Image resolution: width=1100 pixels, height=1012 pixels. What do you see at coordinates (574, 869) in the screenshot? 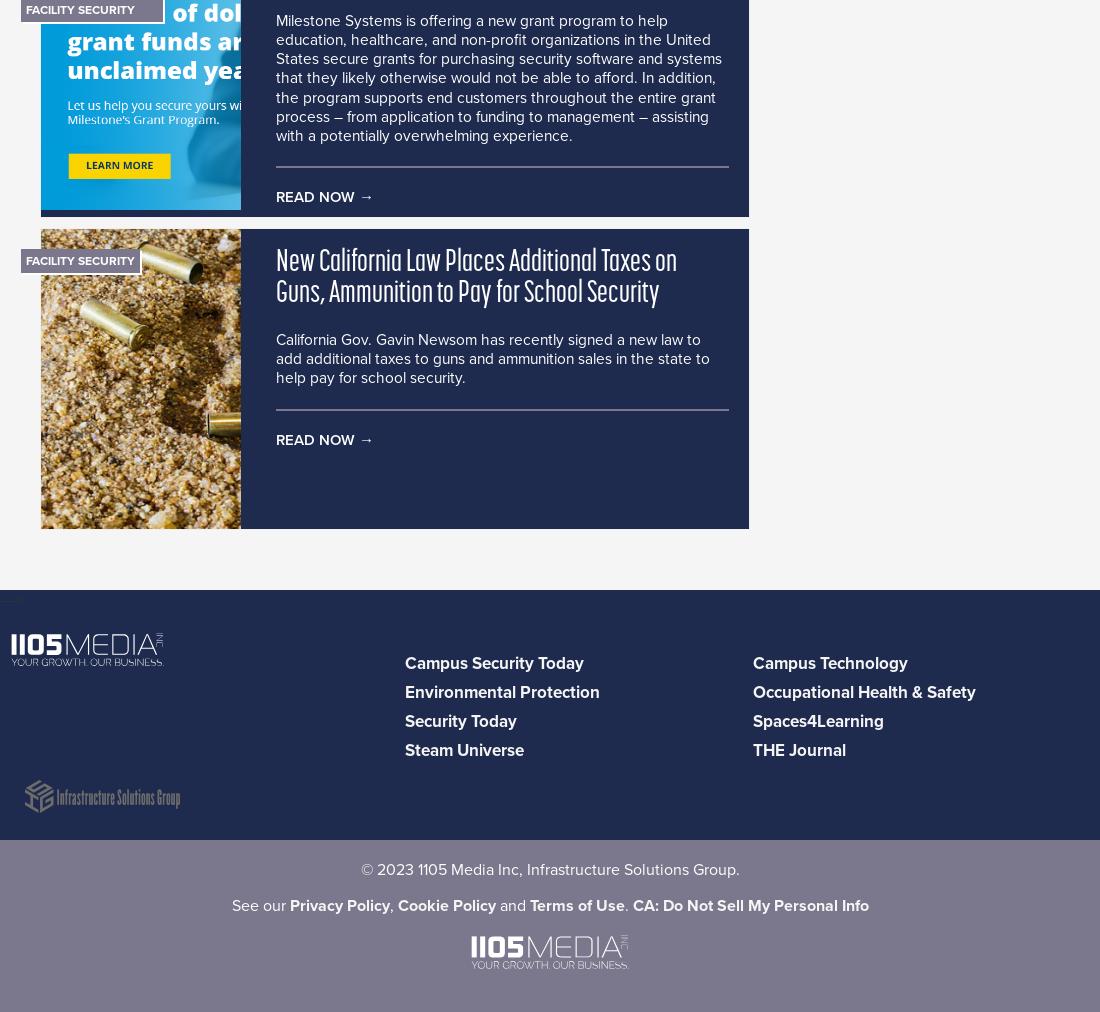
I see `'1105 Media Inc, Infrastructure Solutions Group.'` at bounding box center [574, 869].